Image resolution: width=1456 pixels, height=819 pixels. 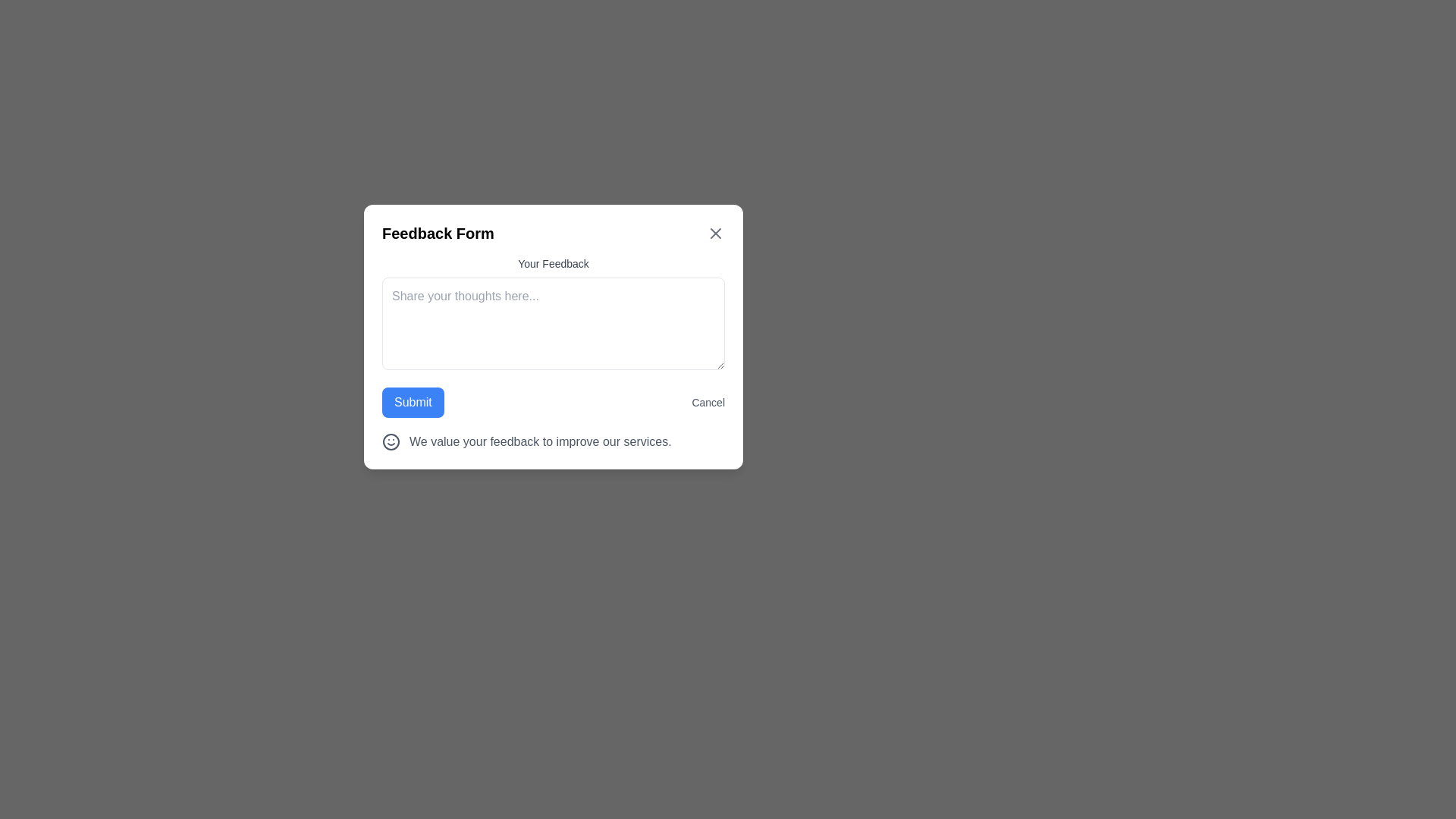 What do you see at coordinates (391, 441) in the screenshot?
I see `the decorative icon located to the very left within the horizontal grouping at the bottom of the feedback form, adjacent to the text 'We value your feedback to improve our services.'` at bounding box center [391, 441].